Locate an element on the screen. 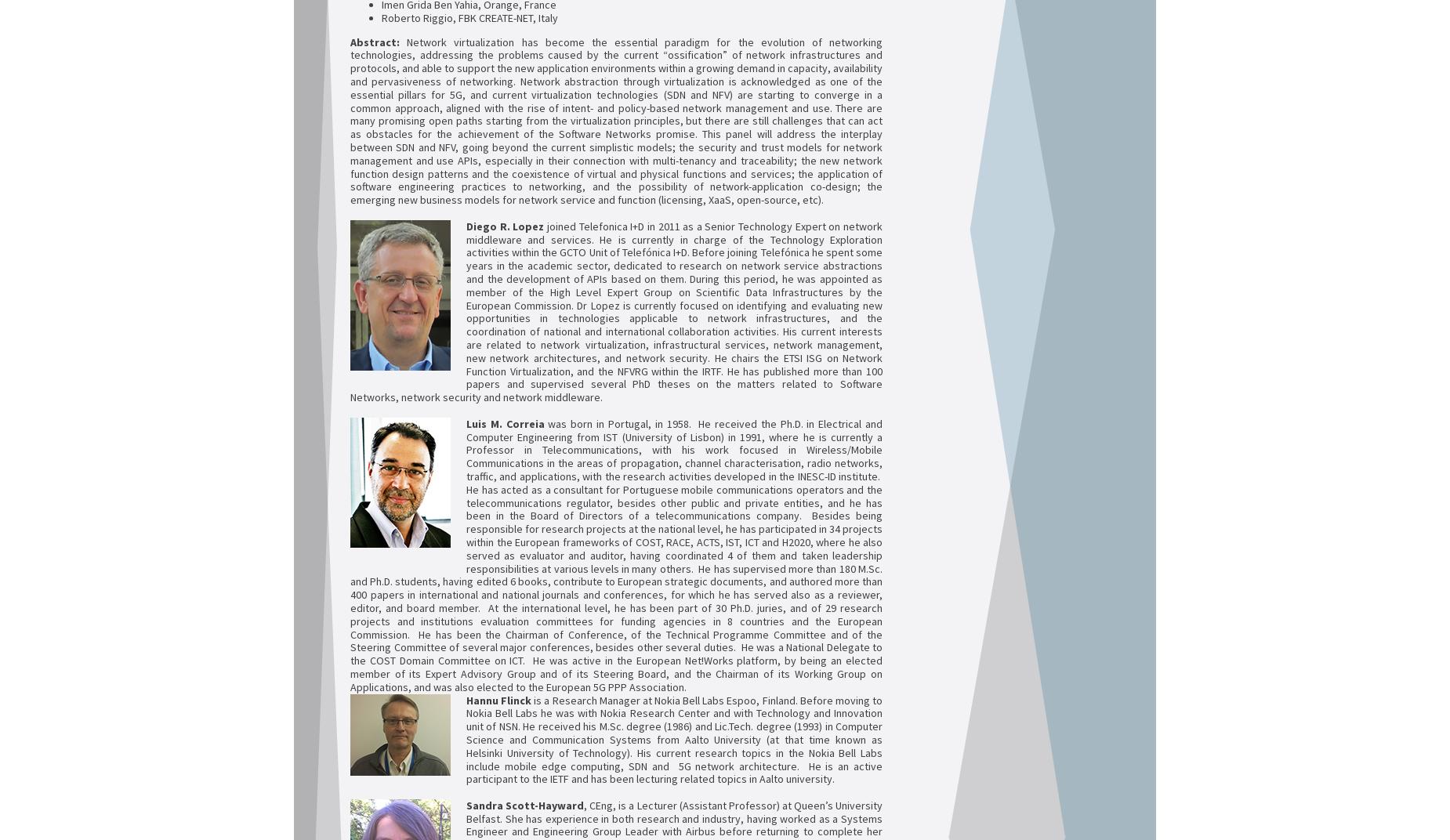 The image size is (1450, 840). 'Sandra Scott-Hayward' is located at coordinates (525, 804).